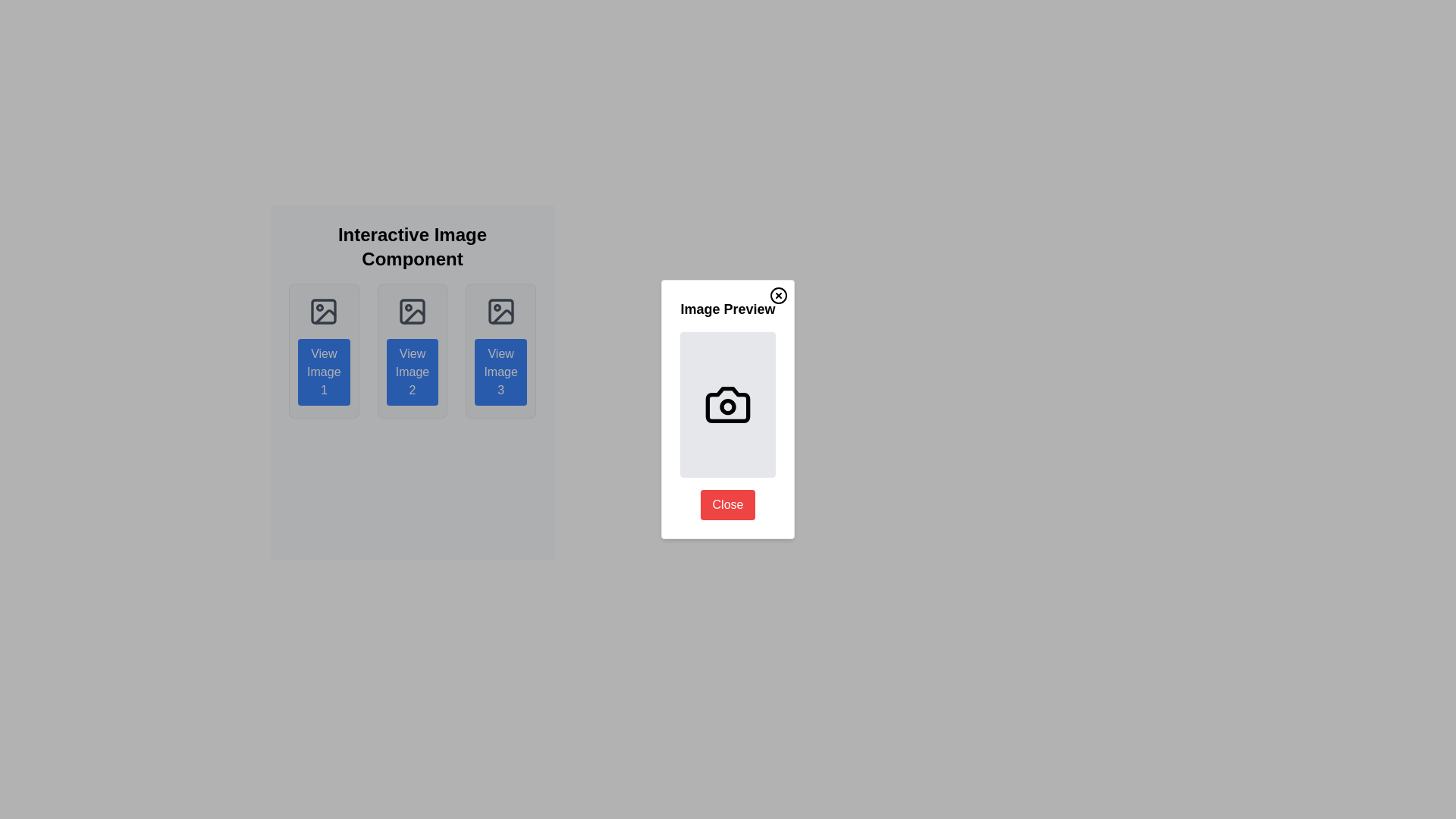 This screenshot has height=819, width=1456. What do you see at coordinates (728, 403) in the screenshot?
I see `the camera icon located in the center of the gray section within the 'Image Preview' modal` at bounding box center [728, 403].